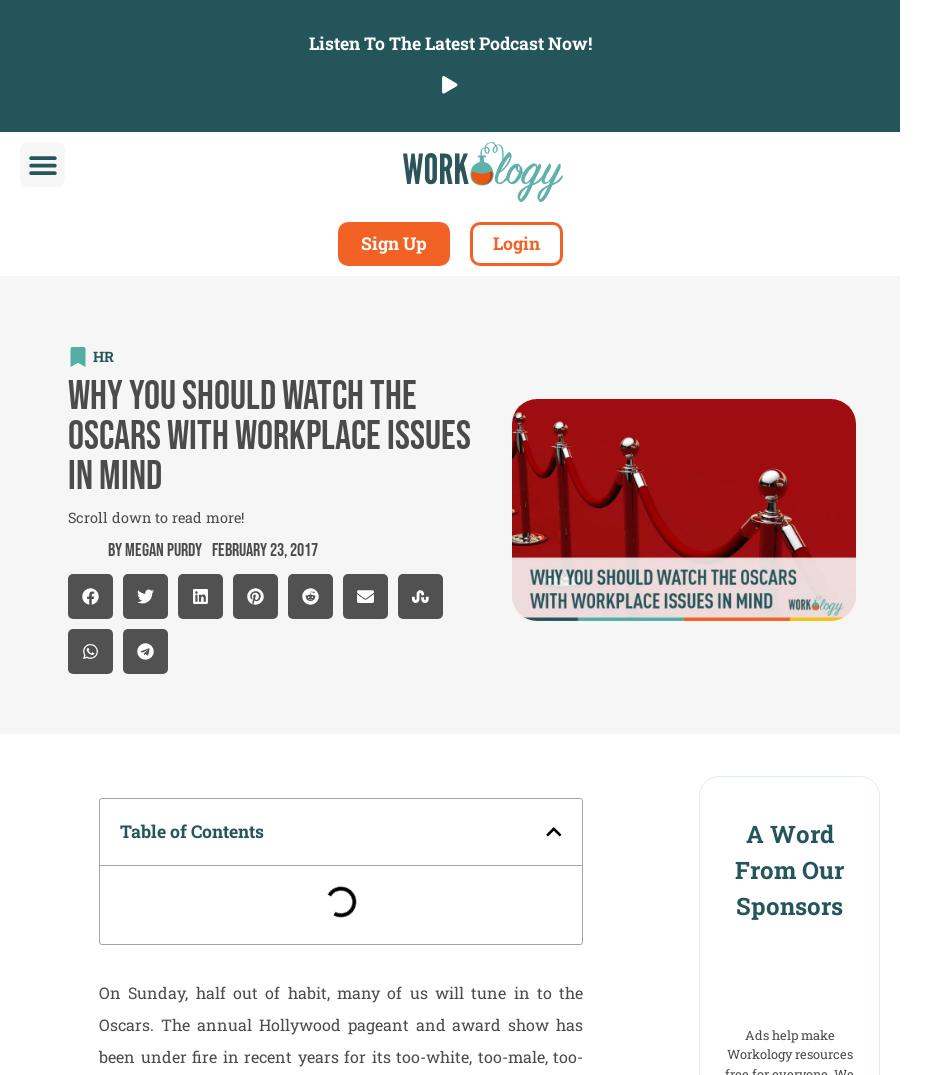 The height and width of the screenshot is (1075, 947). I want to click on 'A Word From Our Sponsors', so click(733, 869).